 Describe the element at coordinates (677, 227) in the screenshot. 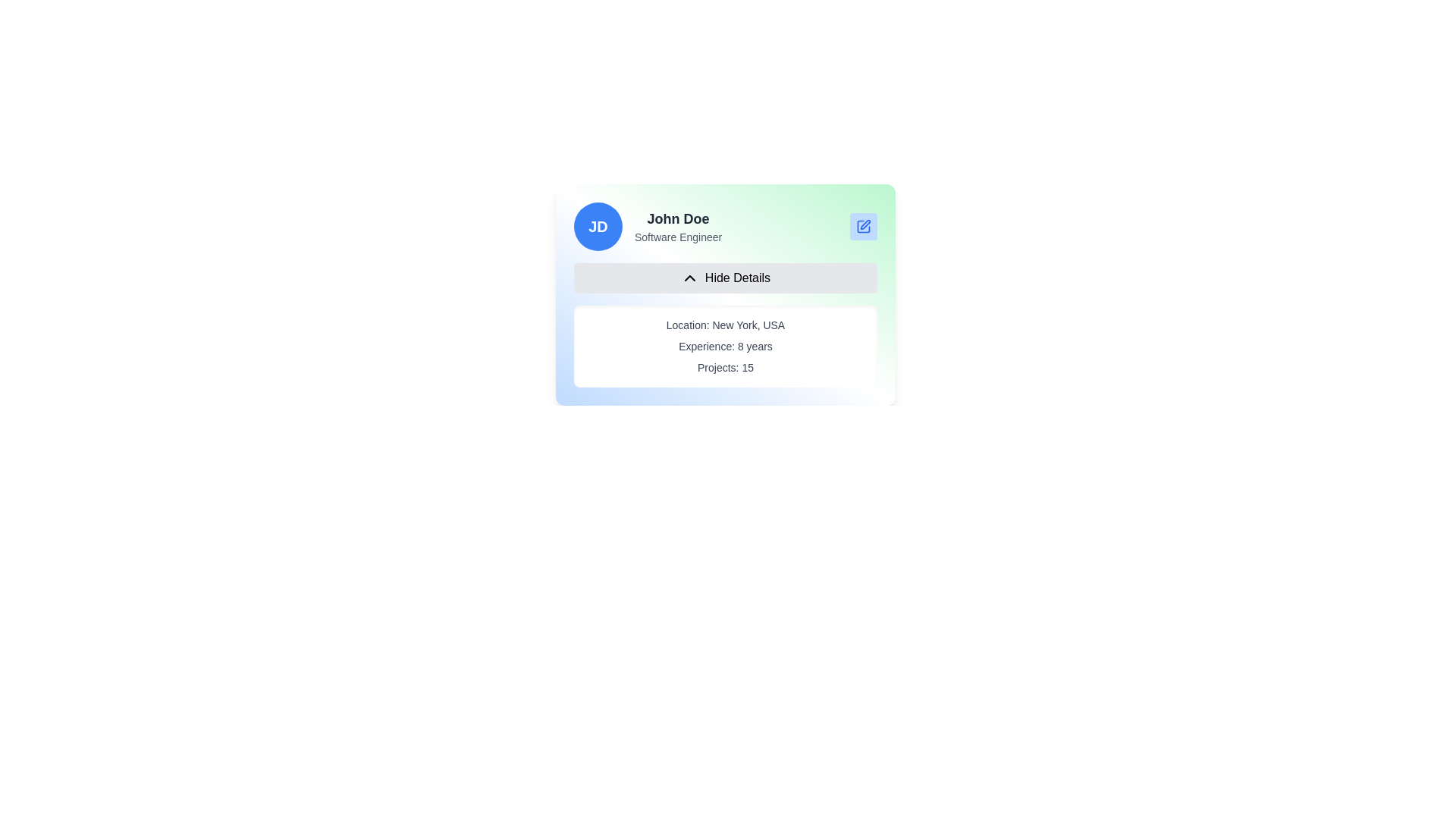

I see `the Text Display element that shows 'John Doe' in bold dark gray and 'Software Engineer' in lighter gray, located to the right of a blue circular badge with initials 'JD'` at that location.